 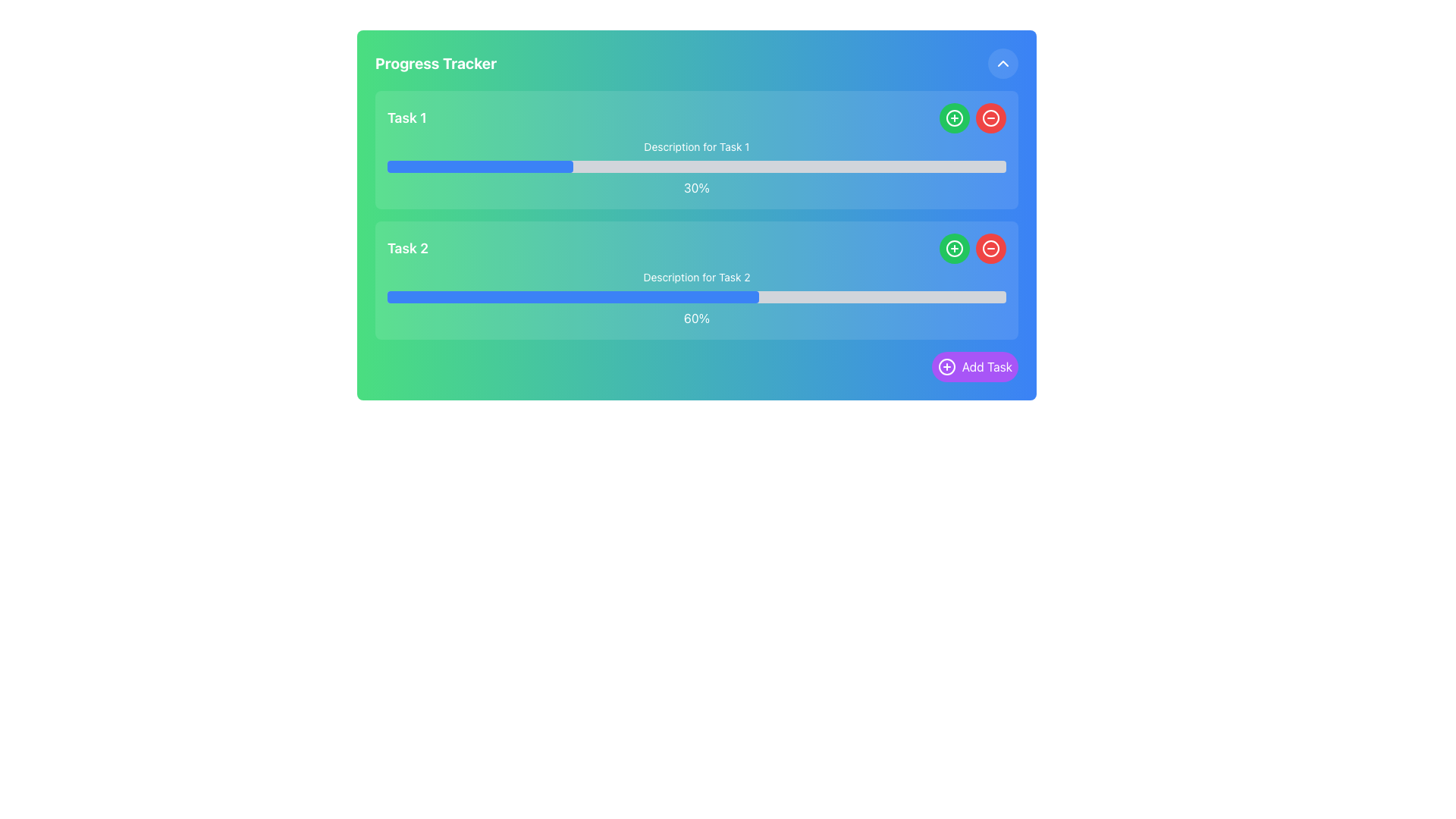 What do you see at coordinates (953, 247) in the screenshot?
I see `the green circular button with a white plus icon` at bounding box center [953, 247].